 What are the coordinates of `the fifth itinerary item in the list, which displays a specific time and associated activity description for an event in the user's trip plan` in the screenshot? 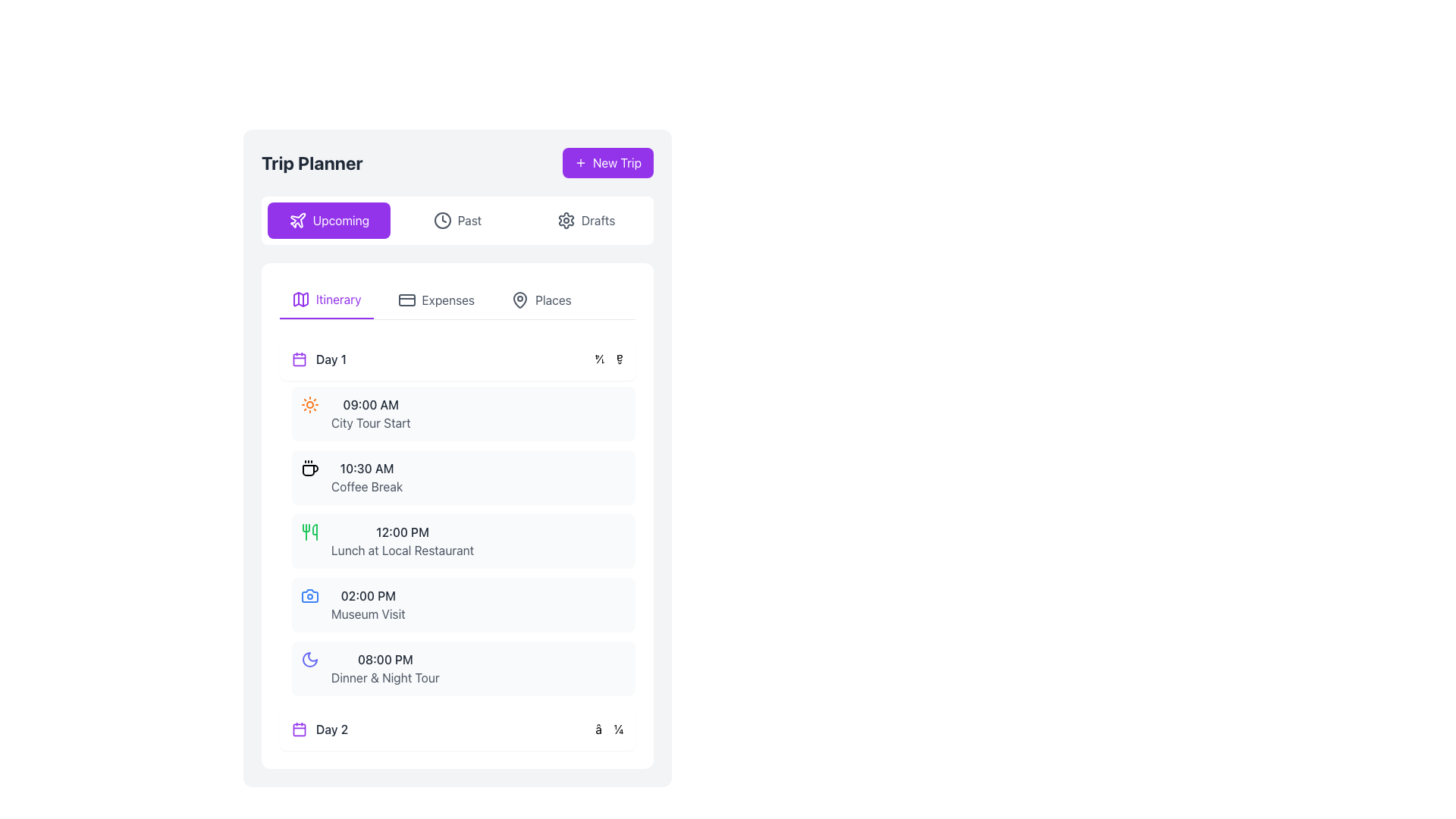 It's located at (463, 668).